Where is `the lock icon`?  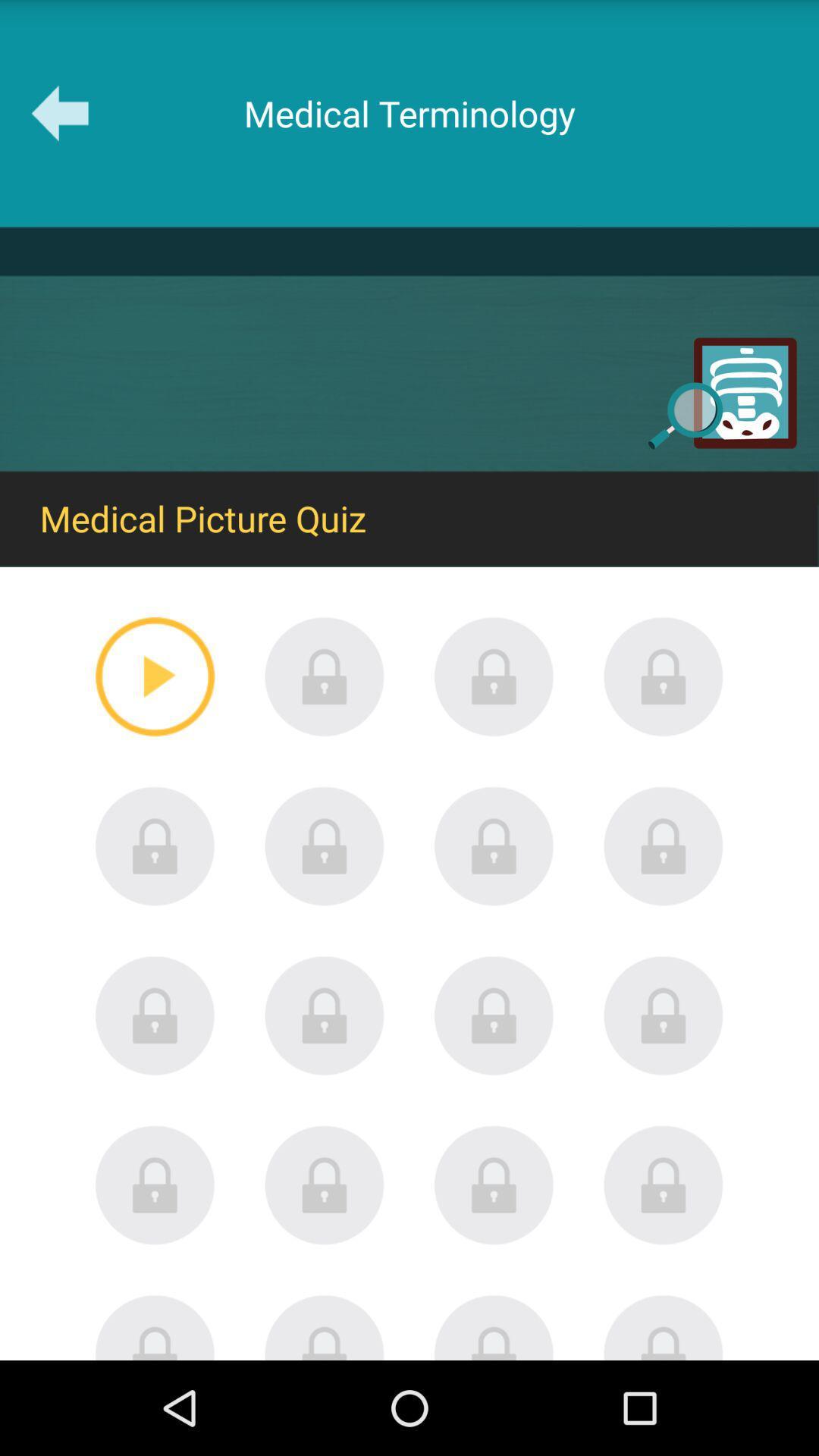 the lock icon is located at coordinates (324, 1086).